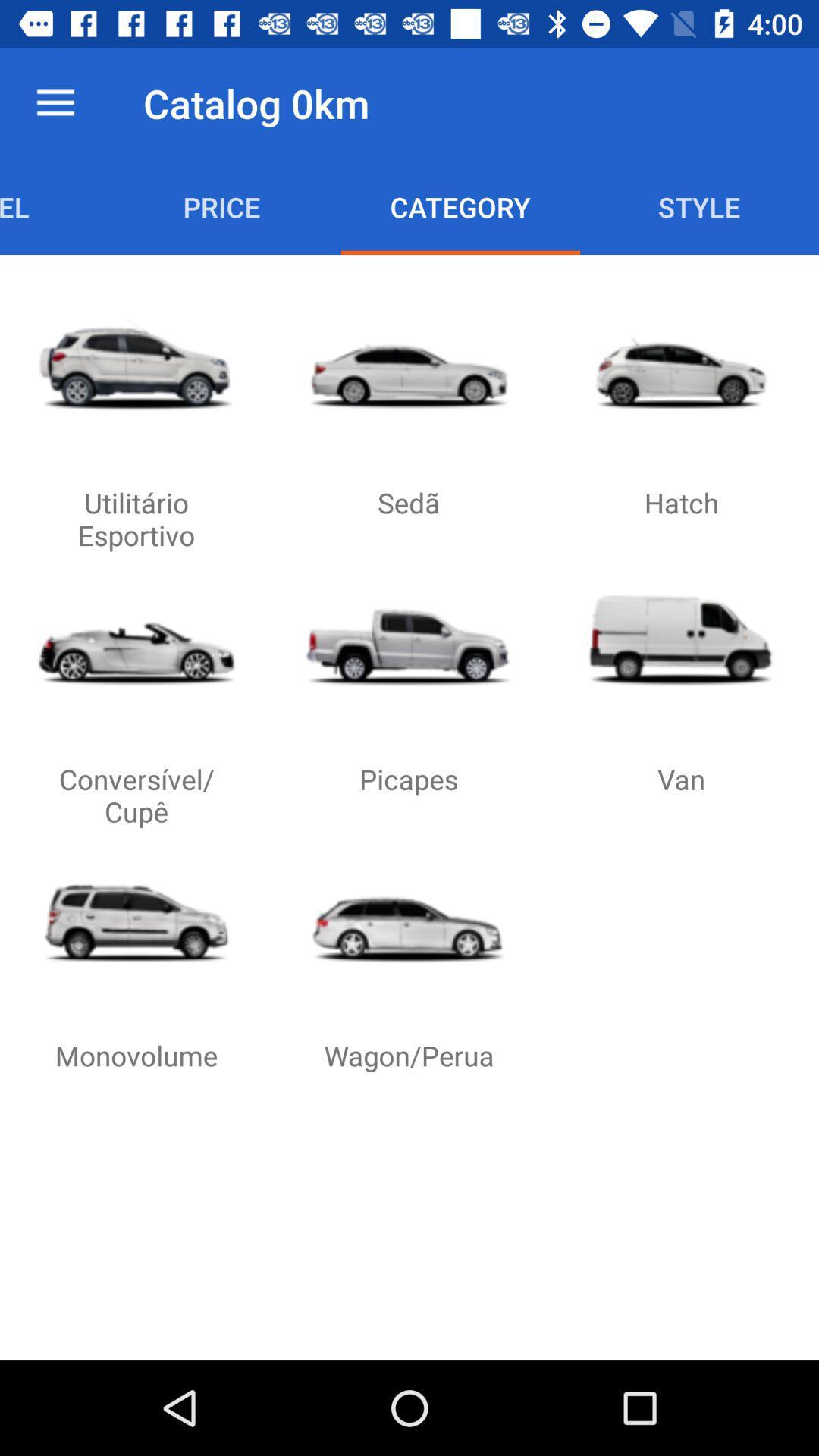 This screenshot has width=819, height=1456. I want to click on the first image in the second row, so click(136, 640).